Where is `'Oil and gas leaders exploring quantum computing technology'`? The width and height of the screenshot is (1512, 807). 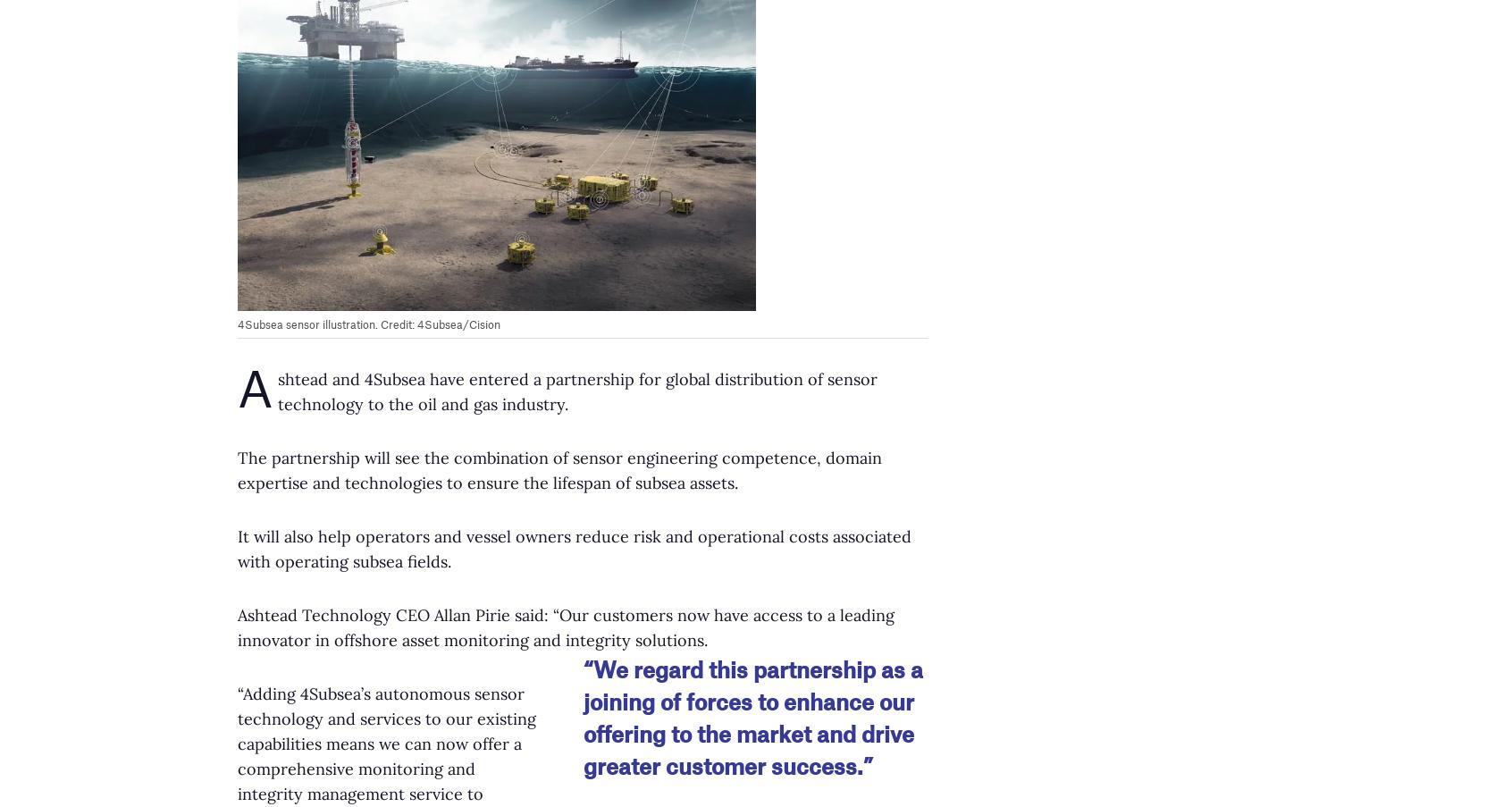
'Oil and gas leaders exploring quantum computing technology' is located at coordinates (1225, 679).